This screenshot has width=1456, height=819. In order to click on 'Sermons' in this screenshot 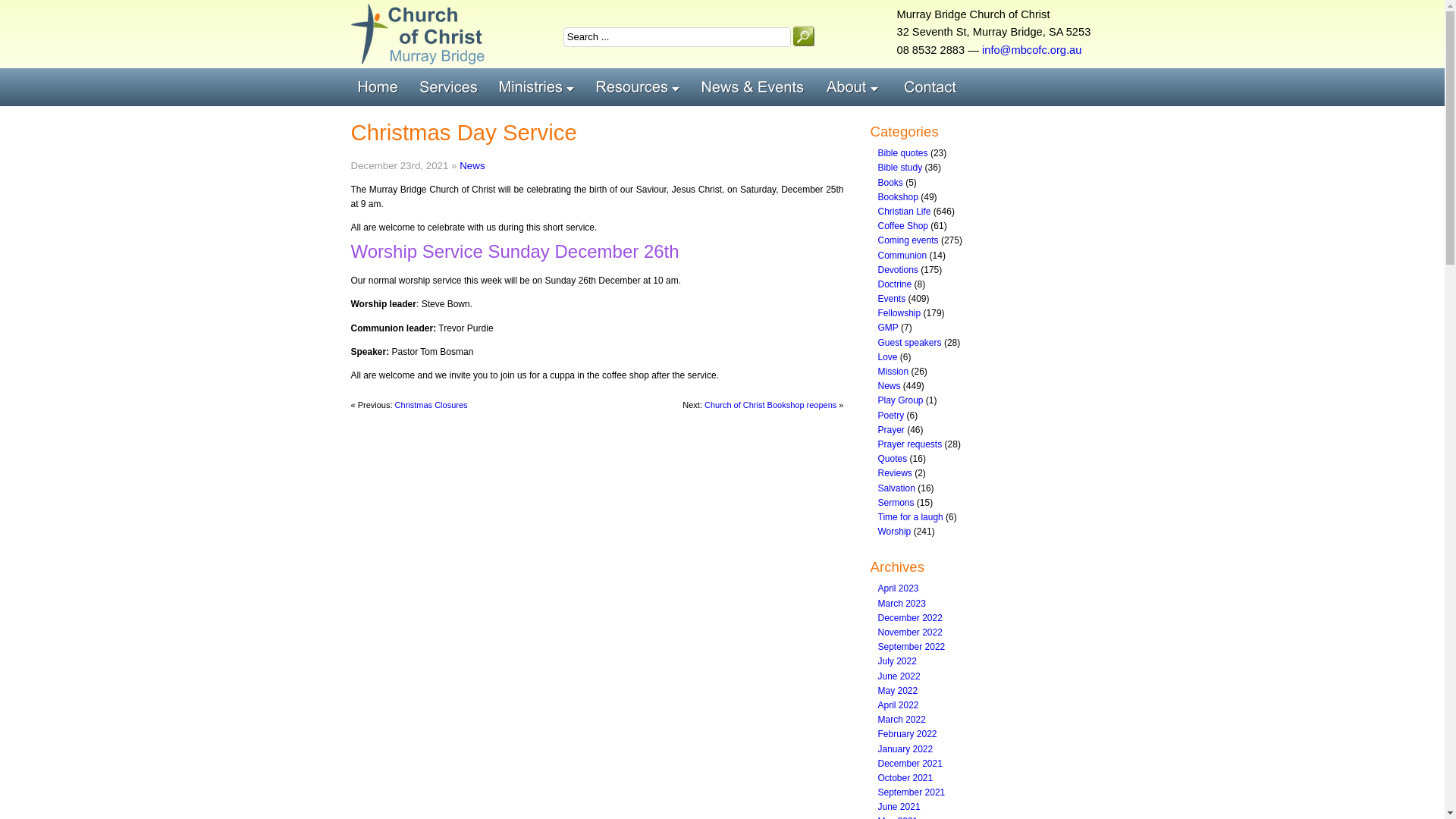, I will do `click(877, 503)`.